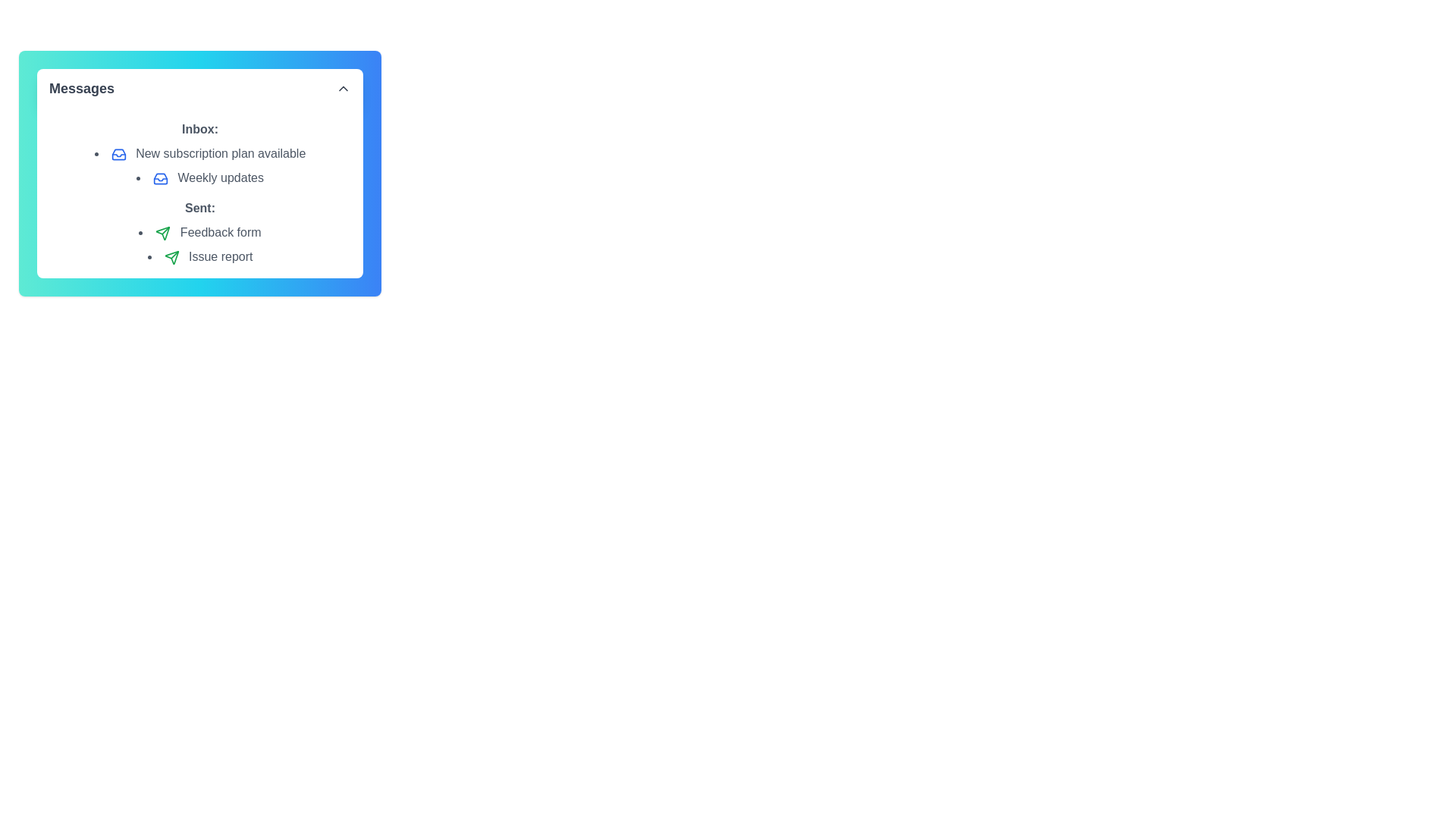 The image size is (1456, 819). Describe the element at coordinates (199, 244) in the screenshot. I see `the bullet point list group containing the items 'Feedback form' and 'Issue report' within the 'Sent:' section of the 'Messages' box` at that location.